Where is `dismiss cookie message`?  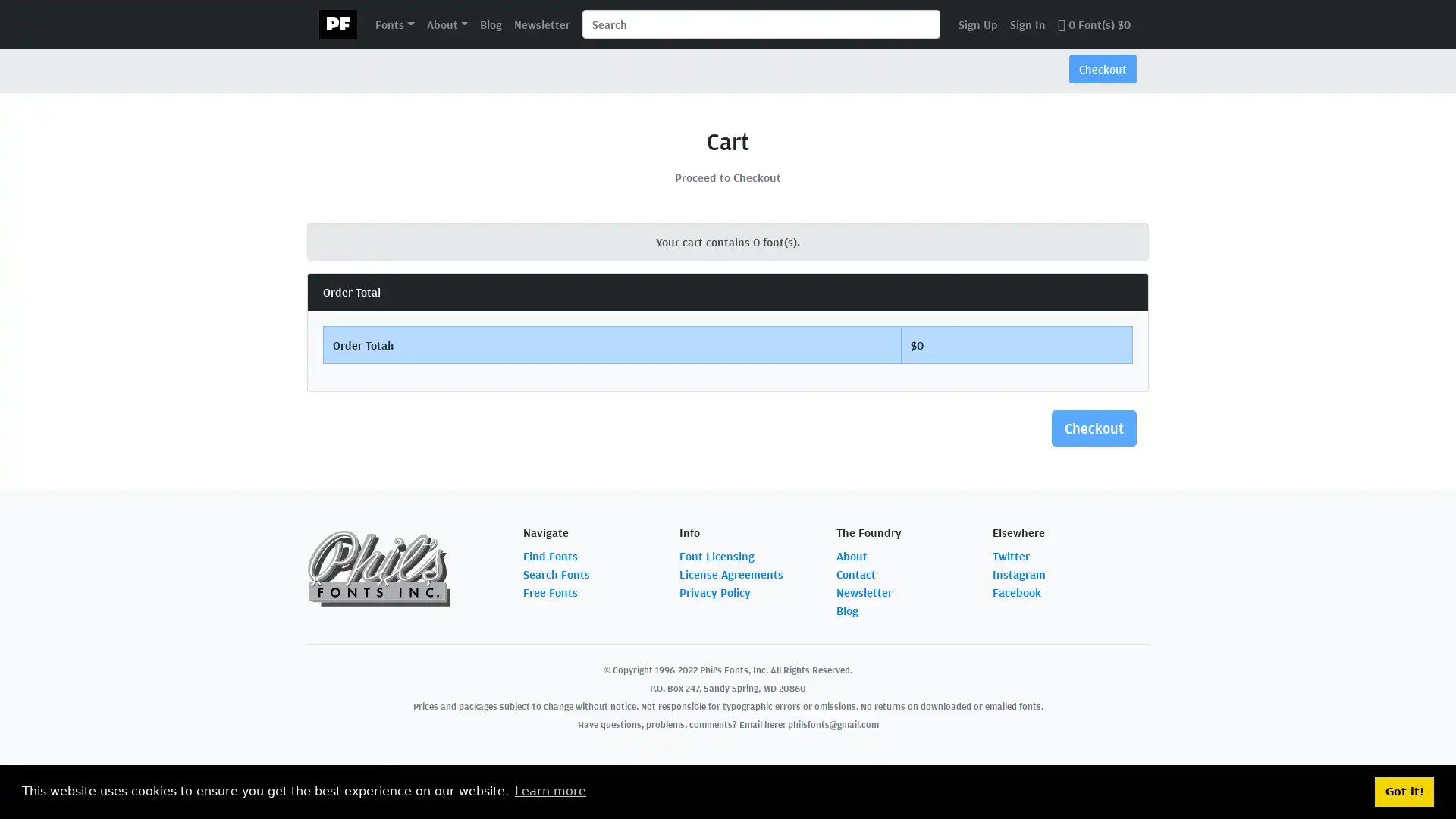 dismiss cookie message is located at coordinates (1404, 791).